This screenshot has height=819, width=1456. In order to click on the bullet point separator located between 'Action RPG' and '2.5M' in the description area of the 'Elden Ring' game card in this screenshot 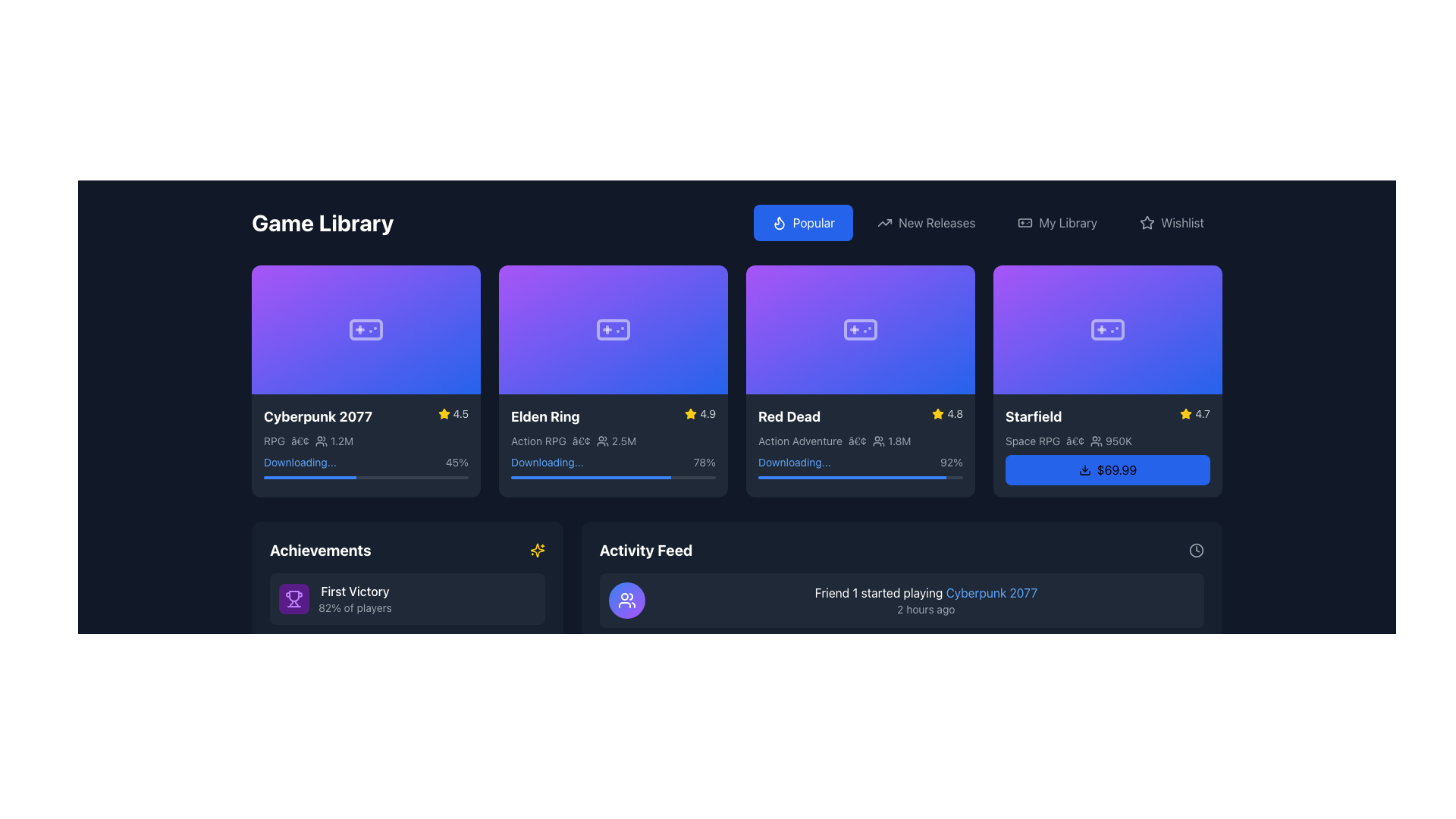, I will do `click(580, 441)`.